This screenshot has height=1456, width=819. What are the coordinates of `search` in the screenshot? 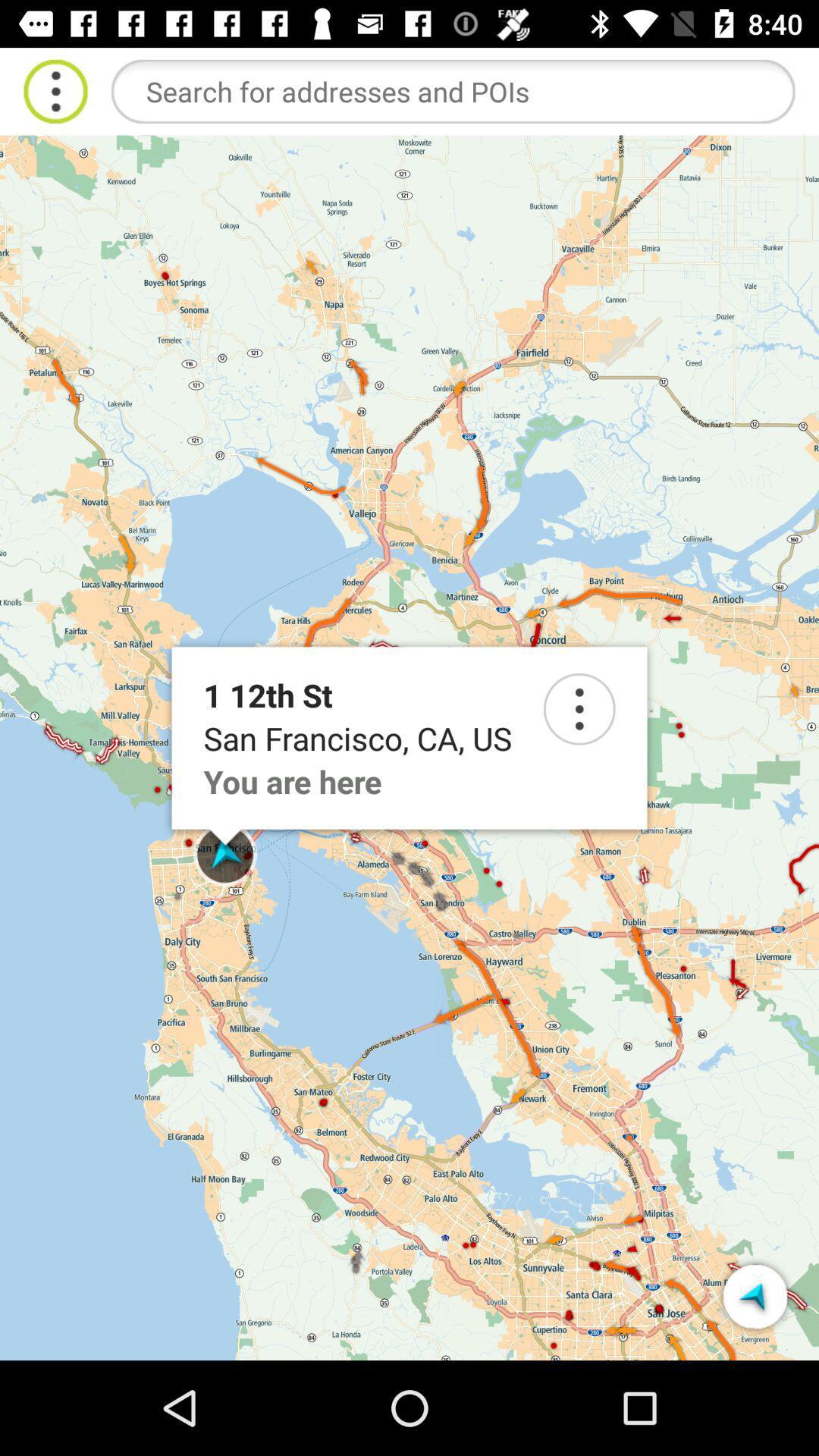 It's located at (579, 708).